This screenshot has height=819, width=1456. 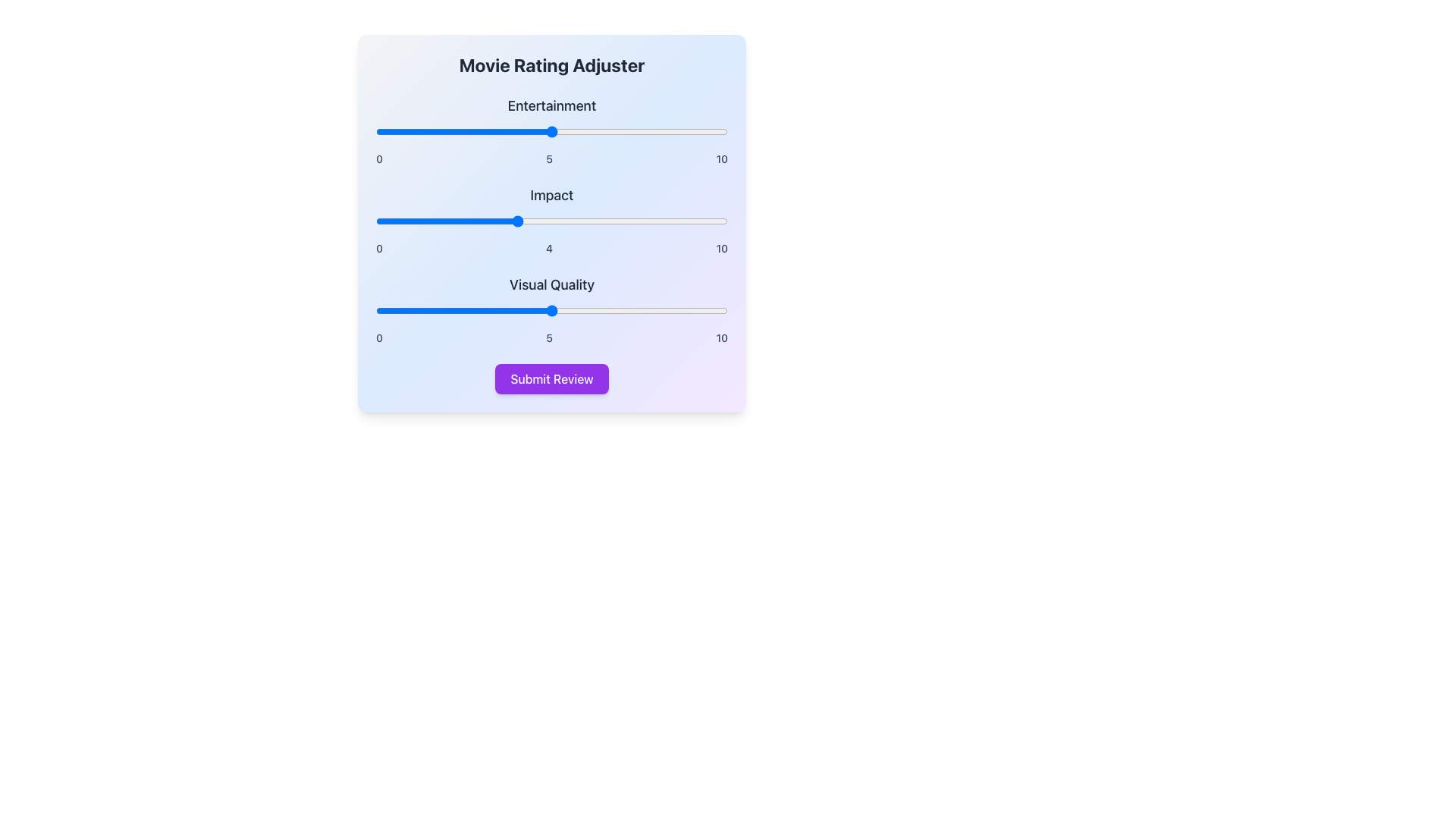 What do you see at coordinates (548, 247) in the screenshot?
I see `the static text label displaying the numeric digit '4', which is centered horizontally among the sibling numbers '0', '4', and '10'` at bounding box center [548, 247].